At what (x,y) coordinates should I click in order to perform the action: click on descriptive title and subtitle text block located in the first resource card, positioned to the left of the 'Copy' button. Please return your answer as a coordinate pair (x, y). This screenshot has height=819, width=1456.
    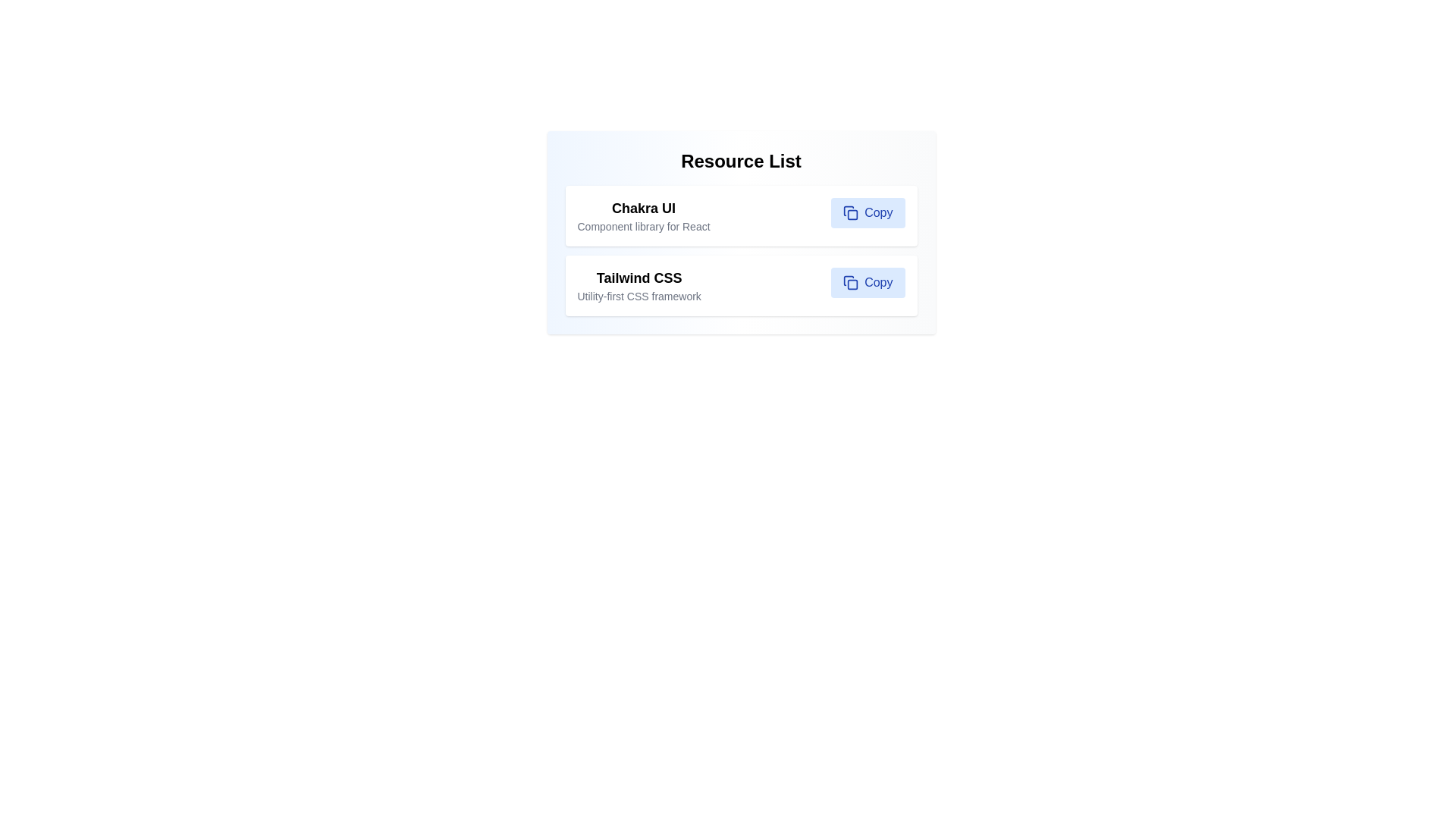
    Looking at the image, I should click on (644, 216).